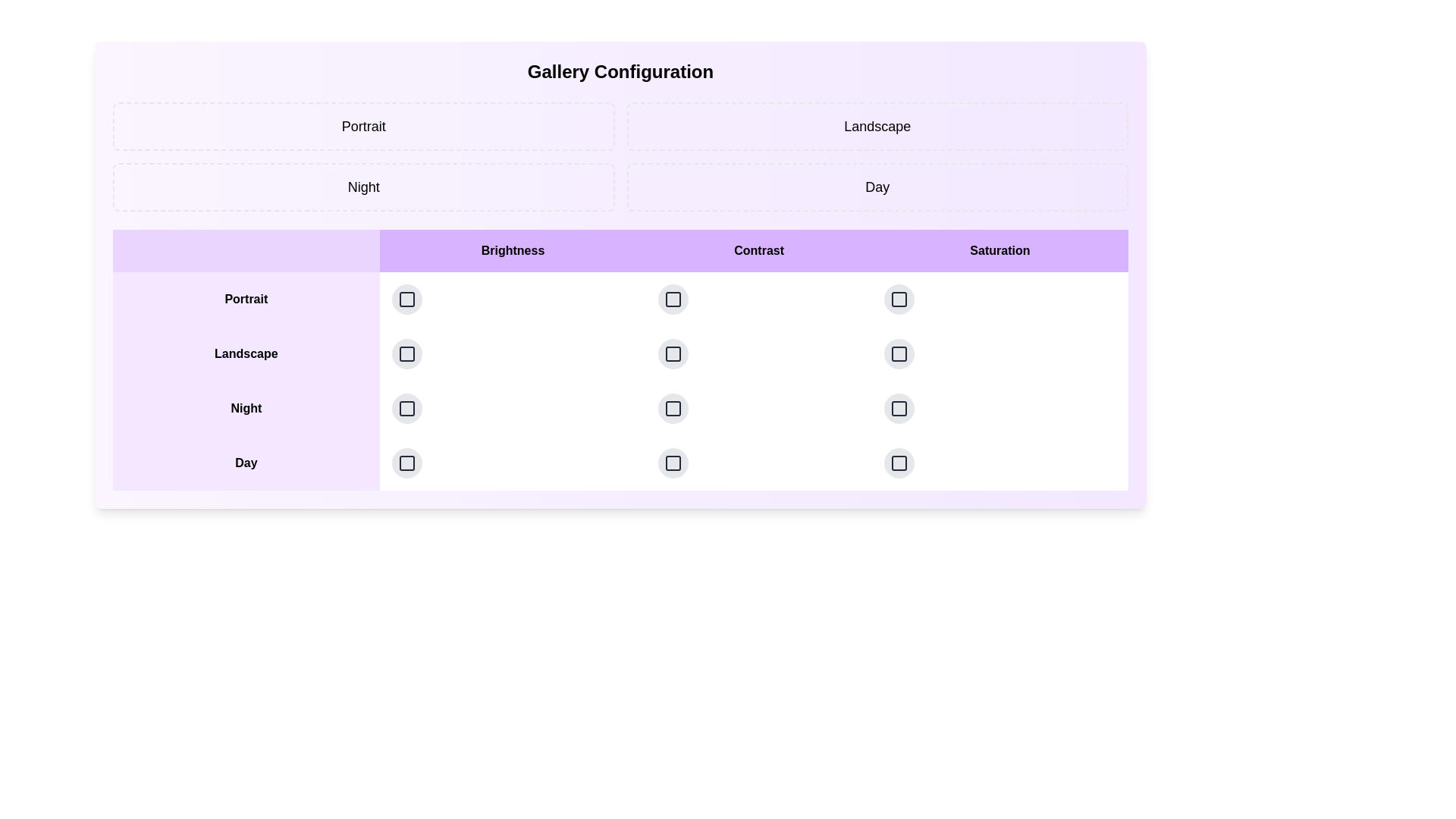  What do you see at coordinates (406, 353) in the screenshot?
I see `the checkbox in the first column (Brightness) of the second row (Landscape)` at bounding box center [406, 353].